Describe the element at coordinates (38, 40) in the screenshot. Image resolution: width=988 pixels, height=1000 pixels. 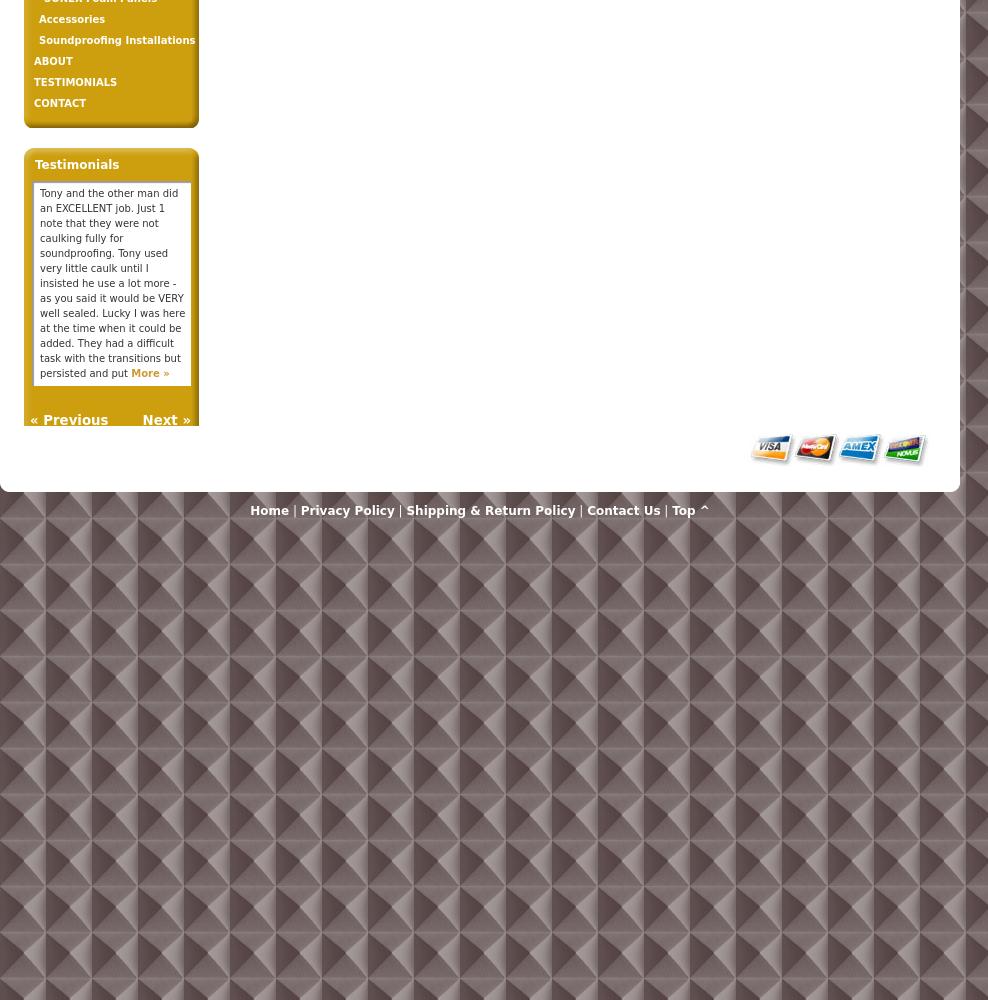
I see `'Soundproofing Installations'` at that location.